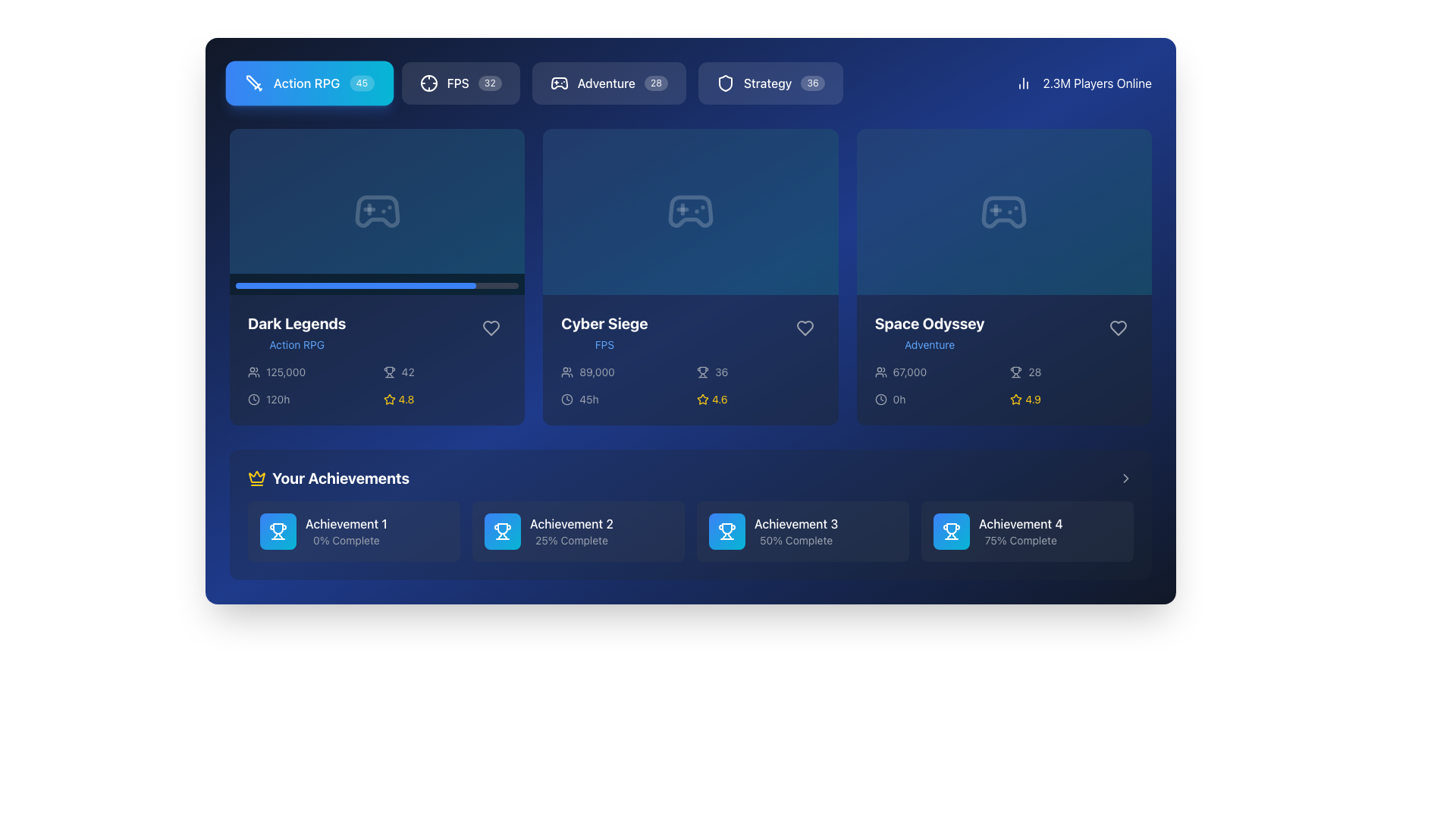 This screenshot has width=1456, height=819. I want to click on static text label that displays 'Achievement 3' located in the top part of the third card in the 'Your Achievements' section, so click(795, 522).